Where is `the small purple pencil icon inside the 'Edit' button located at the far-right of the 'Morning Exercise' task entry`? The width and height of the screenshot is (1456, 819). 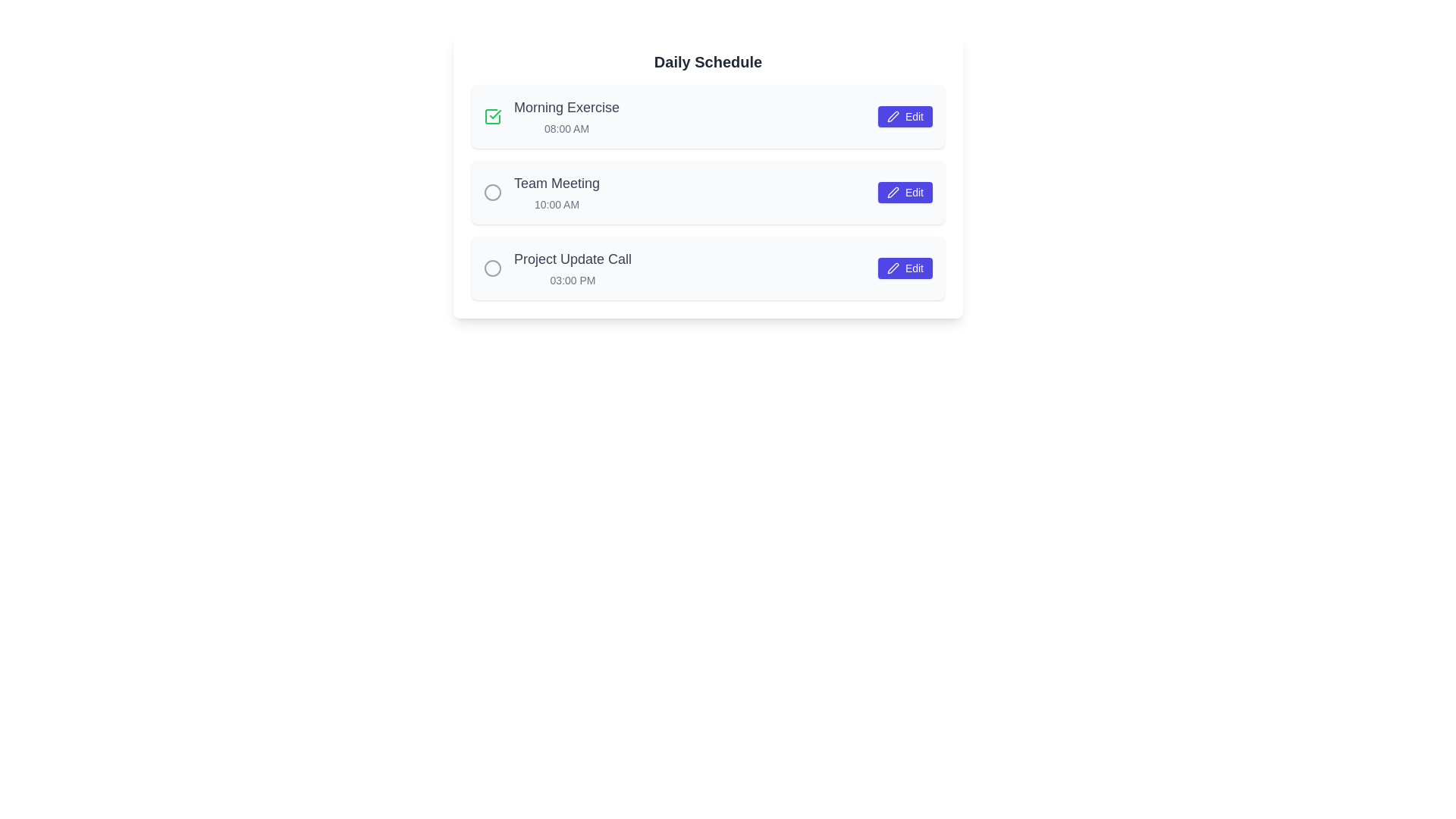
the small purple pencil icon inside the 'Edit' button located at the far-right of the 'Morning Exercise' task entry is located at coordinates (893, 116).